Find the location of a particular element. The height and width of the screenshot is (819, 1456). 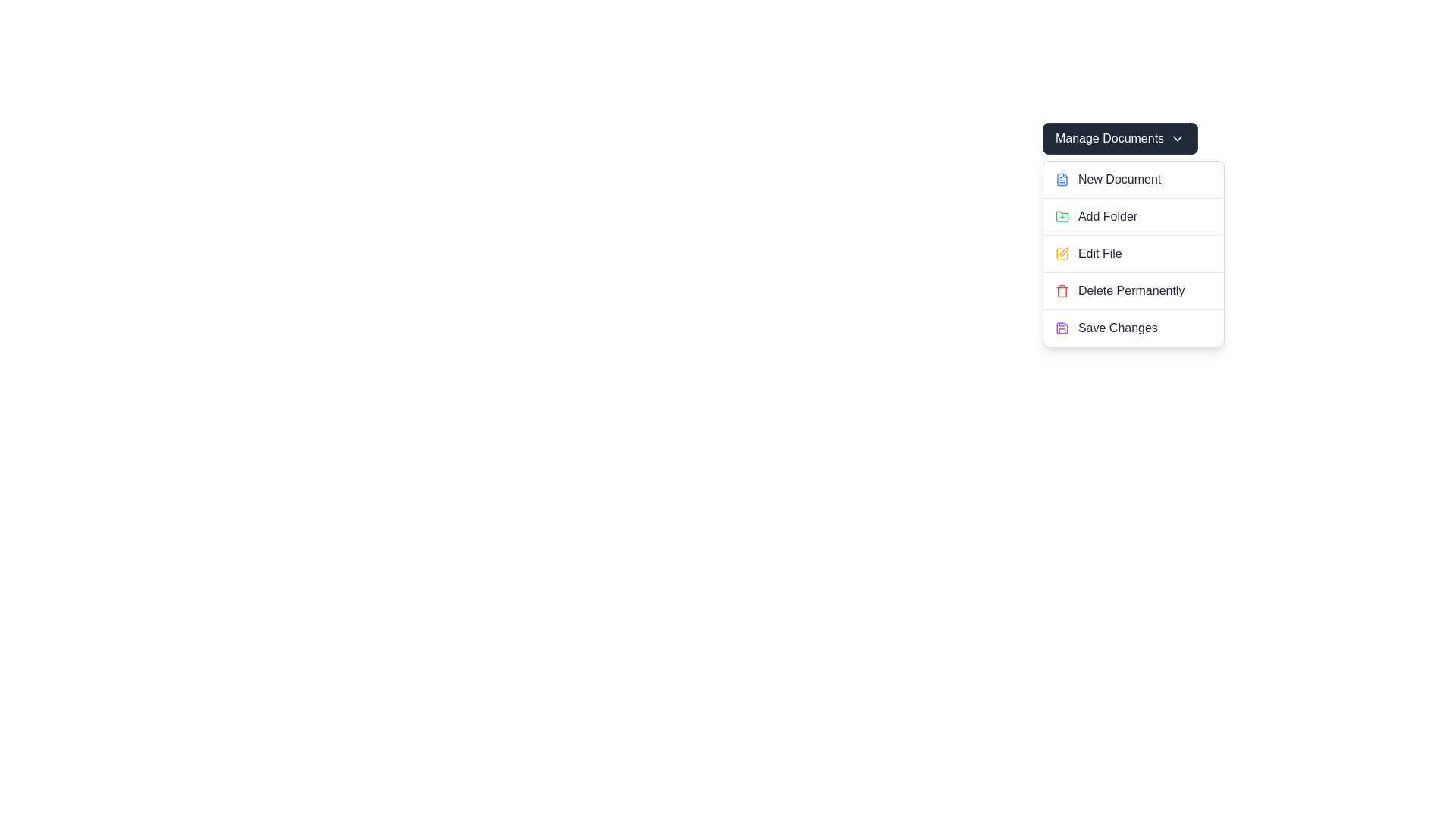

the red-colored trash can icon located to the left of the 'Delete Permanently' text label in the 'Manage Documents' section is located at coordinates (1061, 291).